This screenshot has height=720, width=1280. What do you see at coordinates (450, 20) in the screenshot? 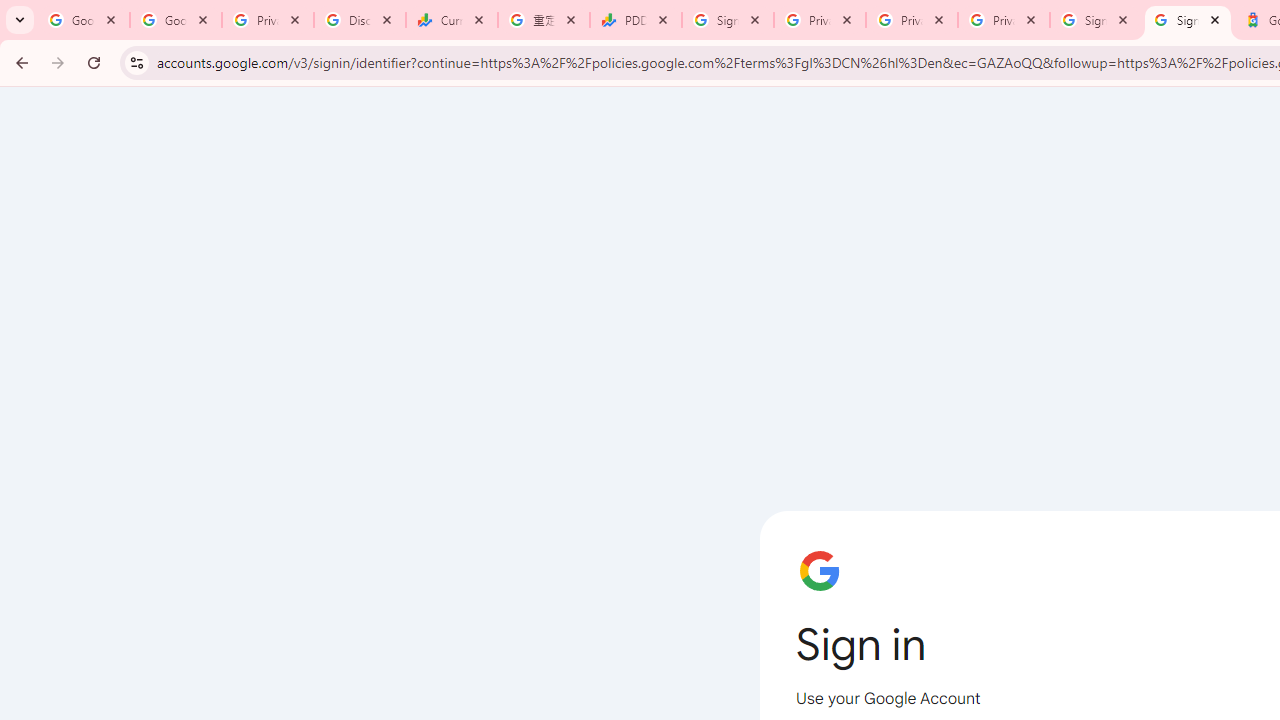
I see `'Currencies - Google Finance'` at bounding box center [450, 20].